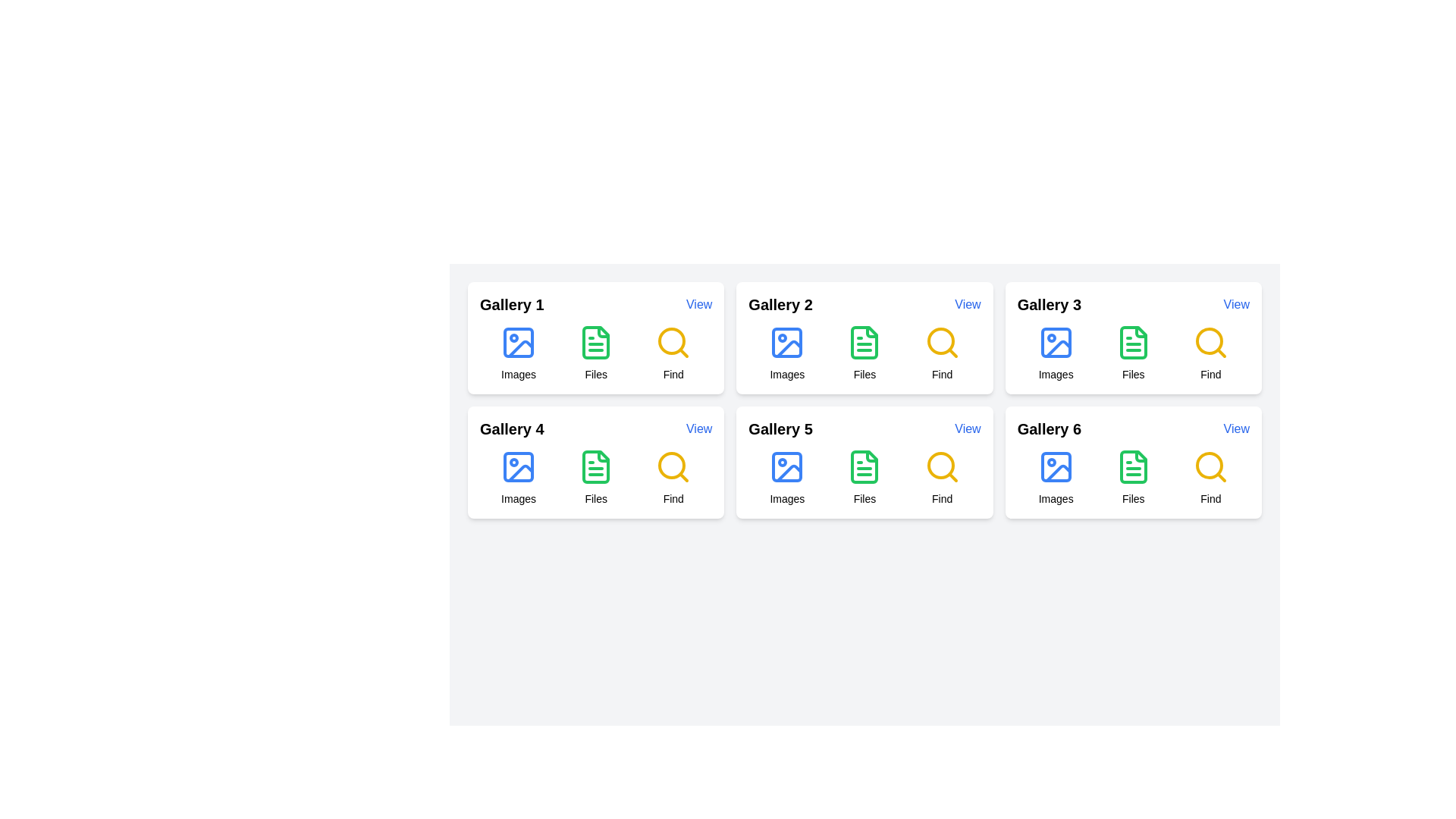  What do you see at coordinates (864, 342) in the screenshot?
I see `the green file document icon representing 'Files' functionality, located centrally within the 'Gallery 2' card` at bounding box center [864, 342].